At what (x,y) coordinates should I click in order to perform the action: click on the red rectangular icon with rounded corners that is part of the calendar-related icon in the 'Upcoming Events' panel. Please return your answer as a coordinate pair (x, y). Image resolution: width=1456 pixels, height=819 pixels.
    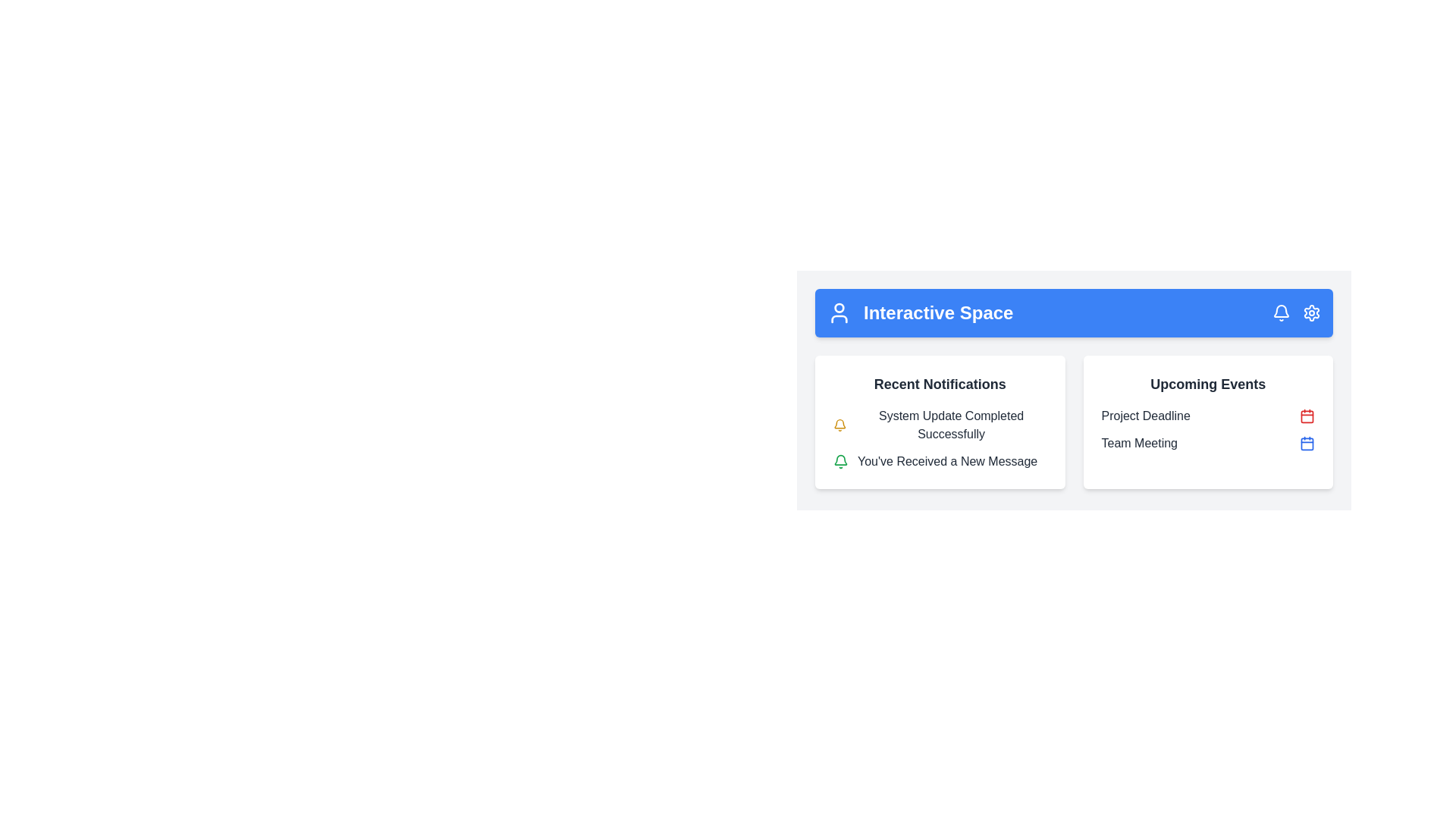
    Looking at the image, I should click on (1306, 416).